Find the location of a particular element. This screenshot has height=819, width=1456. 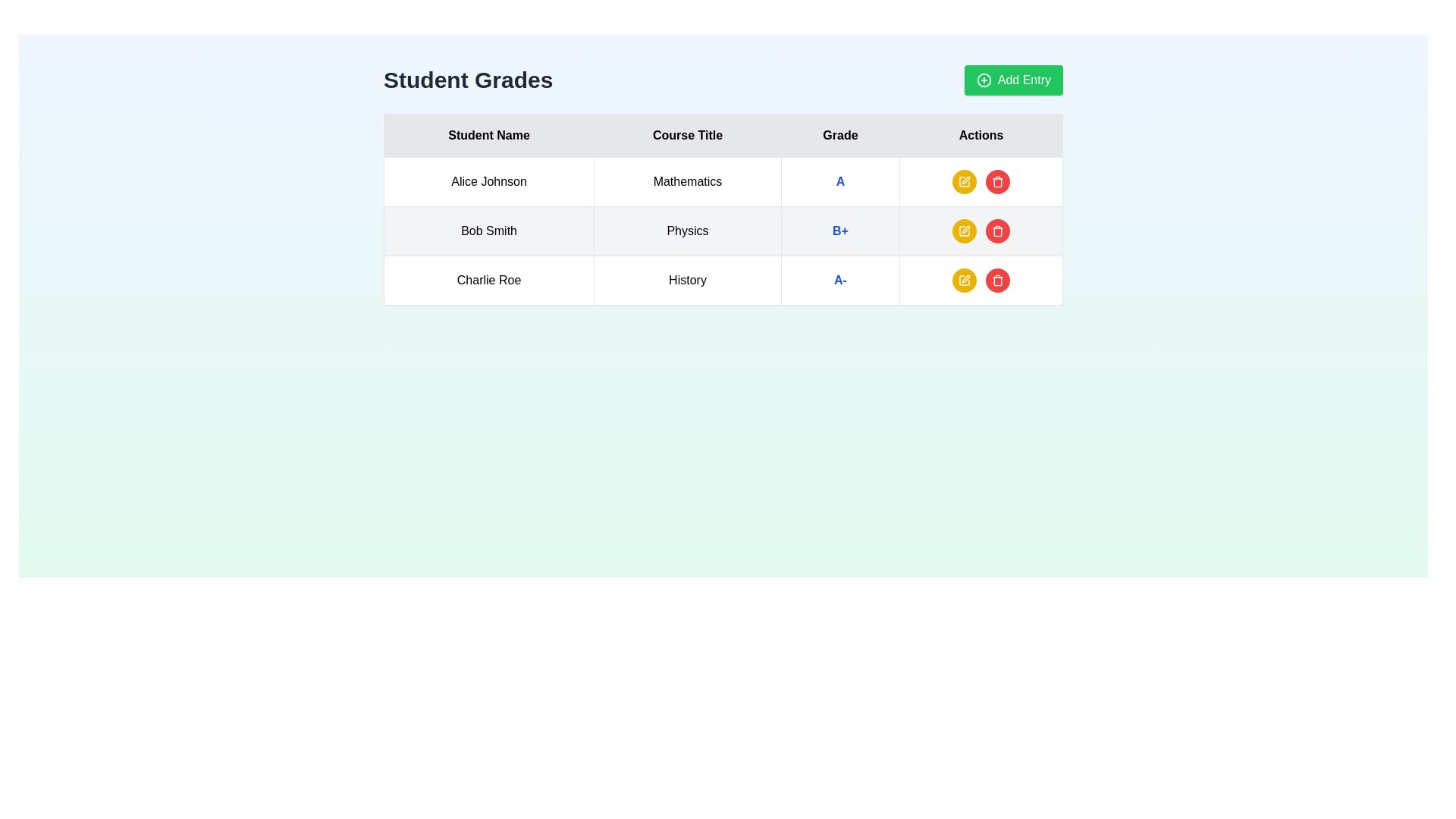

the delete button in the 'Actions' column of the first row of the table is located at coordinates (997, 180).